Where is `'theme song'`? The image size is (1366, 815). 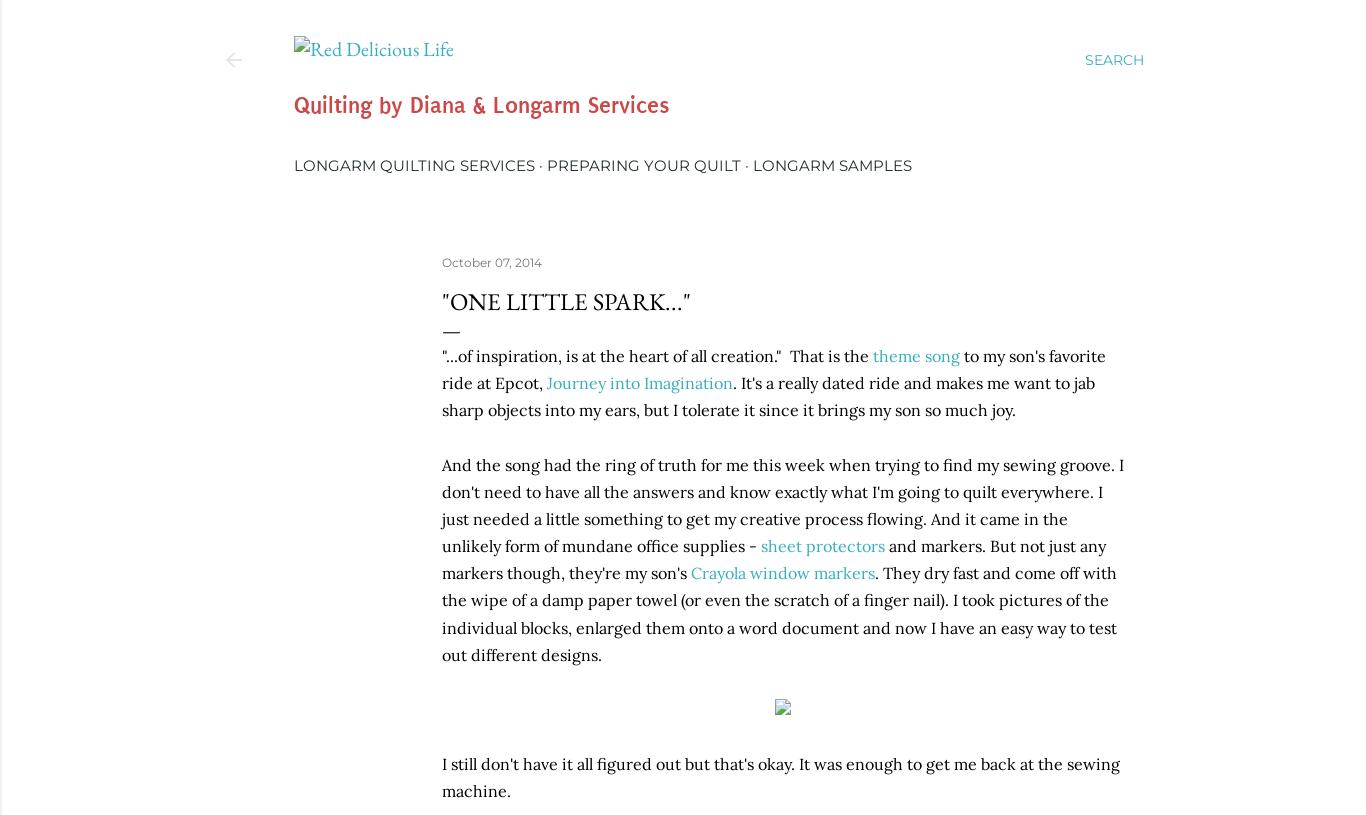
'theme song' is located at coordinates (916, 354).